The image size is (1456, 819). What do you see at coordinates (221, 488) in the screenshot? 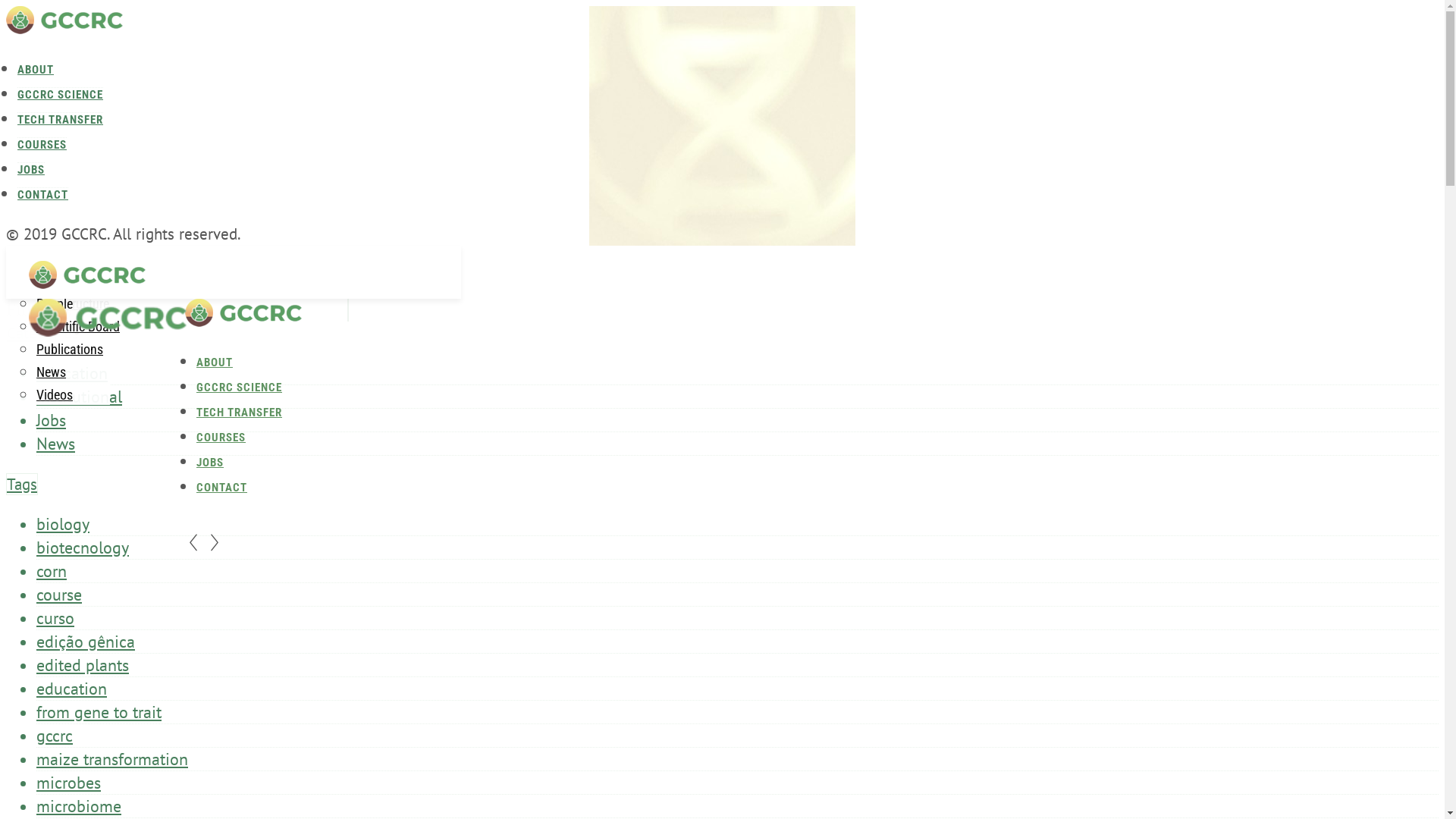
I see `'CONTACT'` at bounding box center [221, 488].